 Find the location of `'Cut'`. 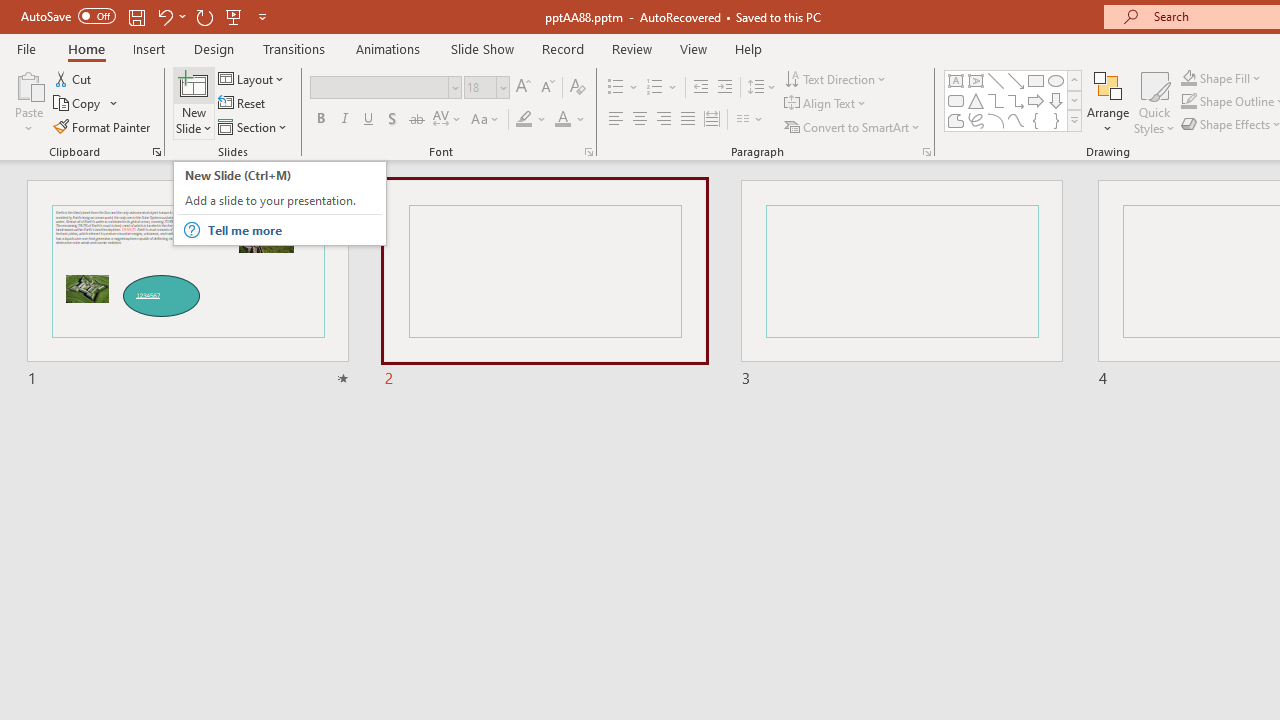

'Cut' is located at coordinates (74, 78).